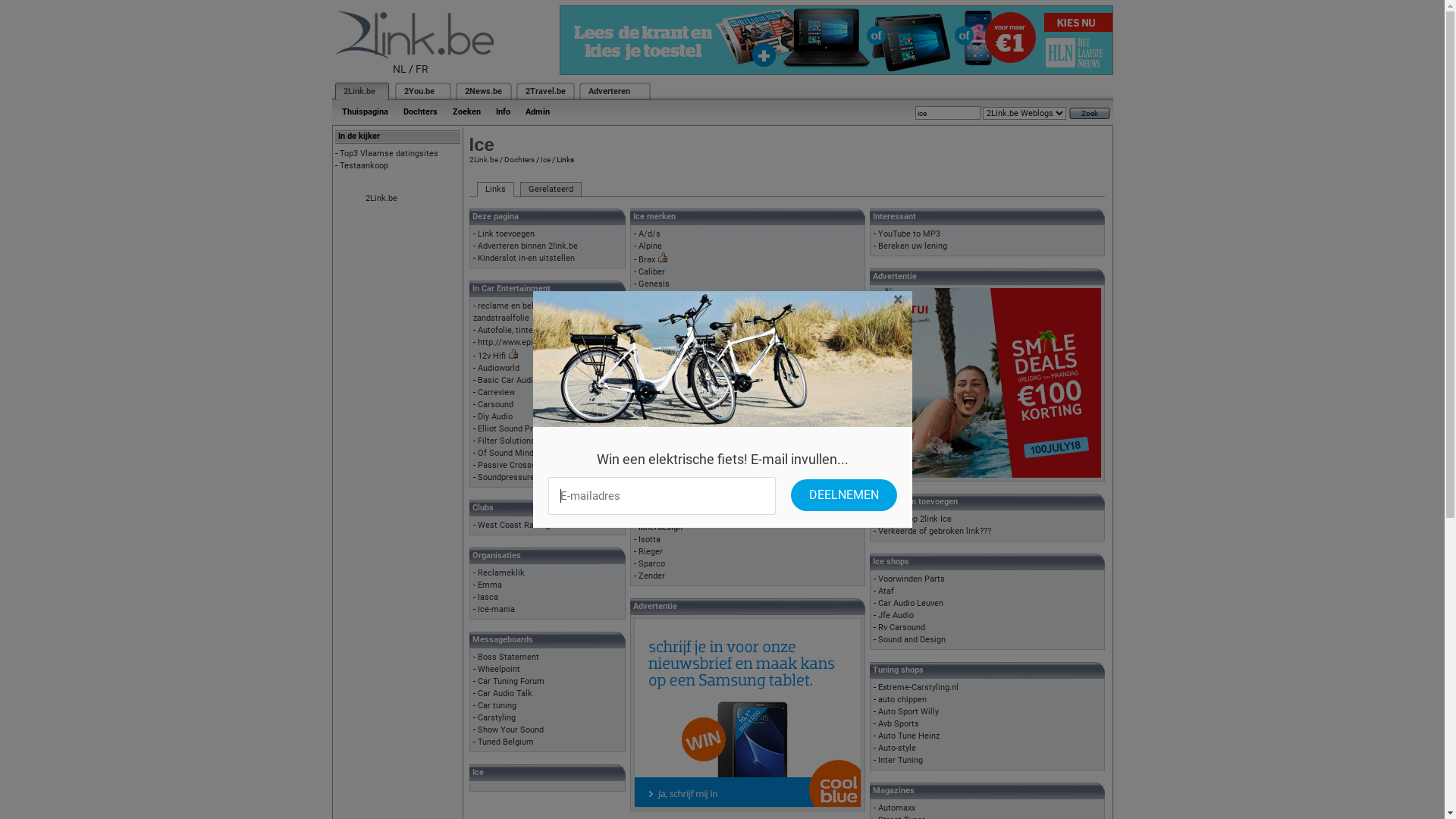  I want to click on 'Emma', so click(490, 584).